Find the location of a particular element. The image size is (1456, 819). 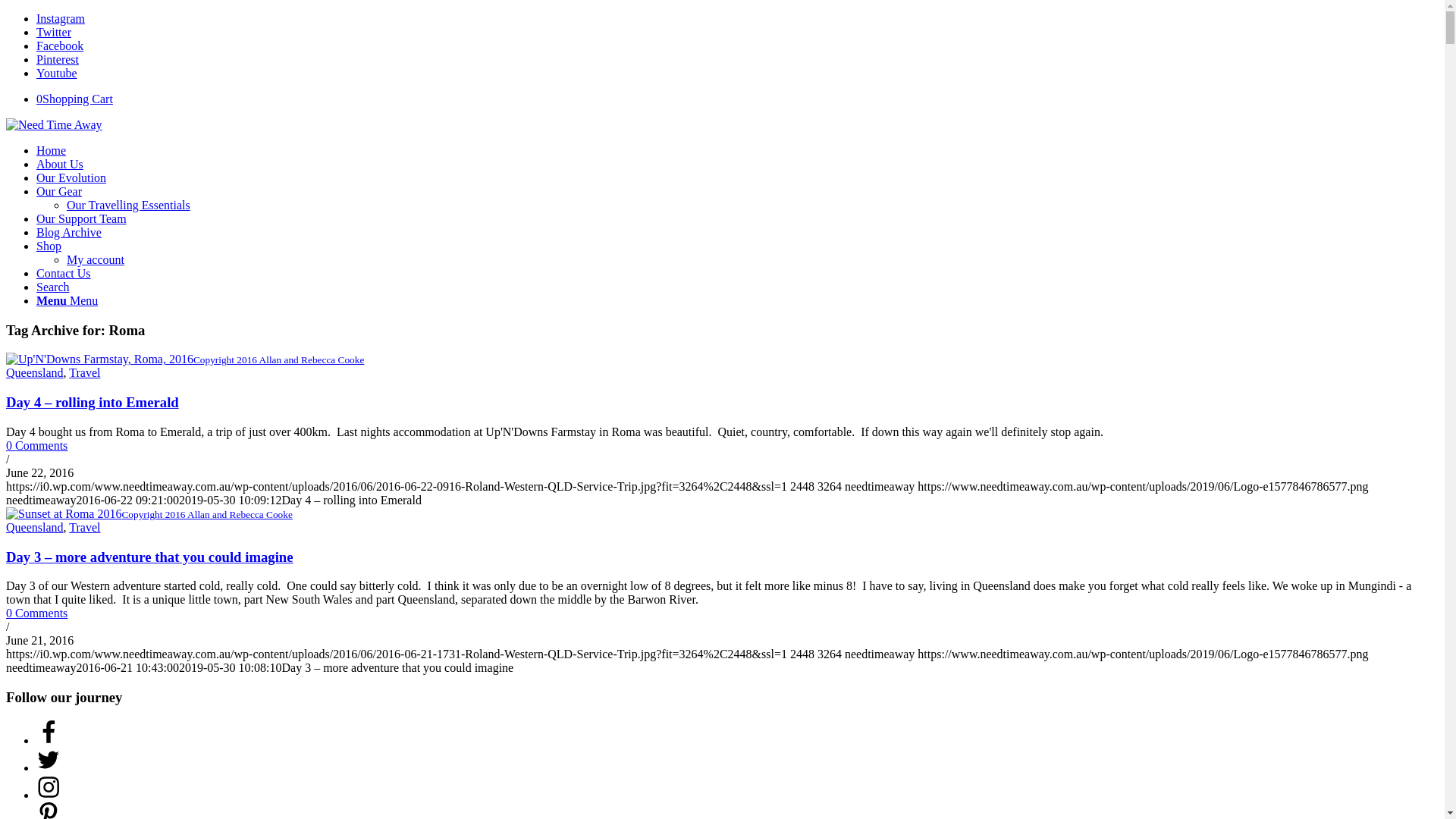

'Our Support Team' is located at coordinates (36, 218).